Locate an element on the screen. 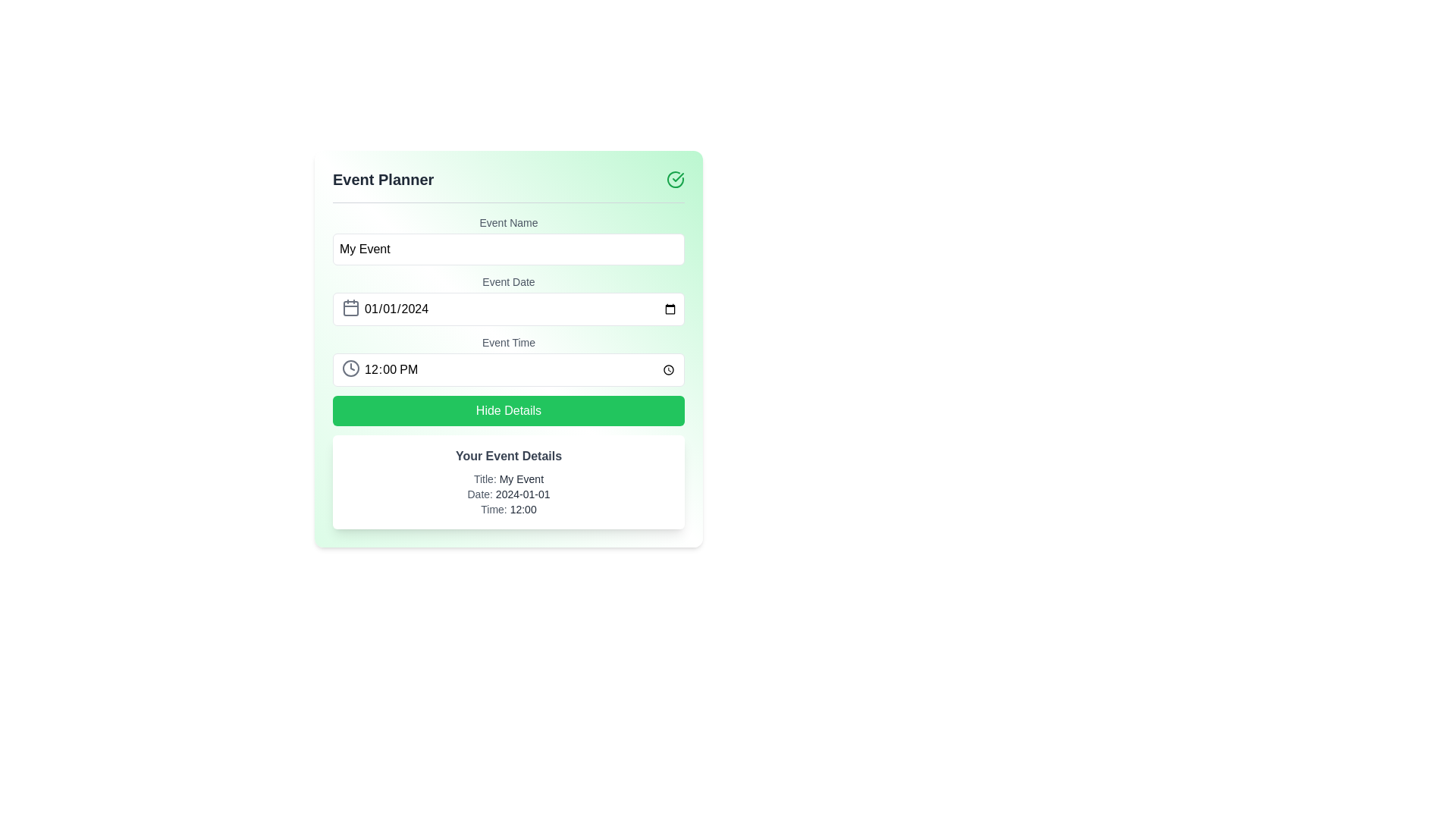 The width and height of the screenshot is (1456, 819). the Text label displaying the event title located under the 'Your Event Details' section, which serves as a read-only descriptor for the event name is located at coordinates (521, 479).